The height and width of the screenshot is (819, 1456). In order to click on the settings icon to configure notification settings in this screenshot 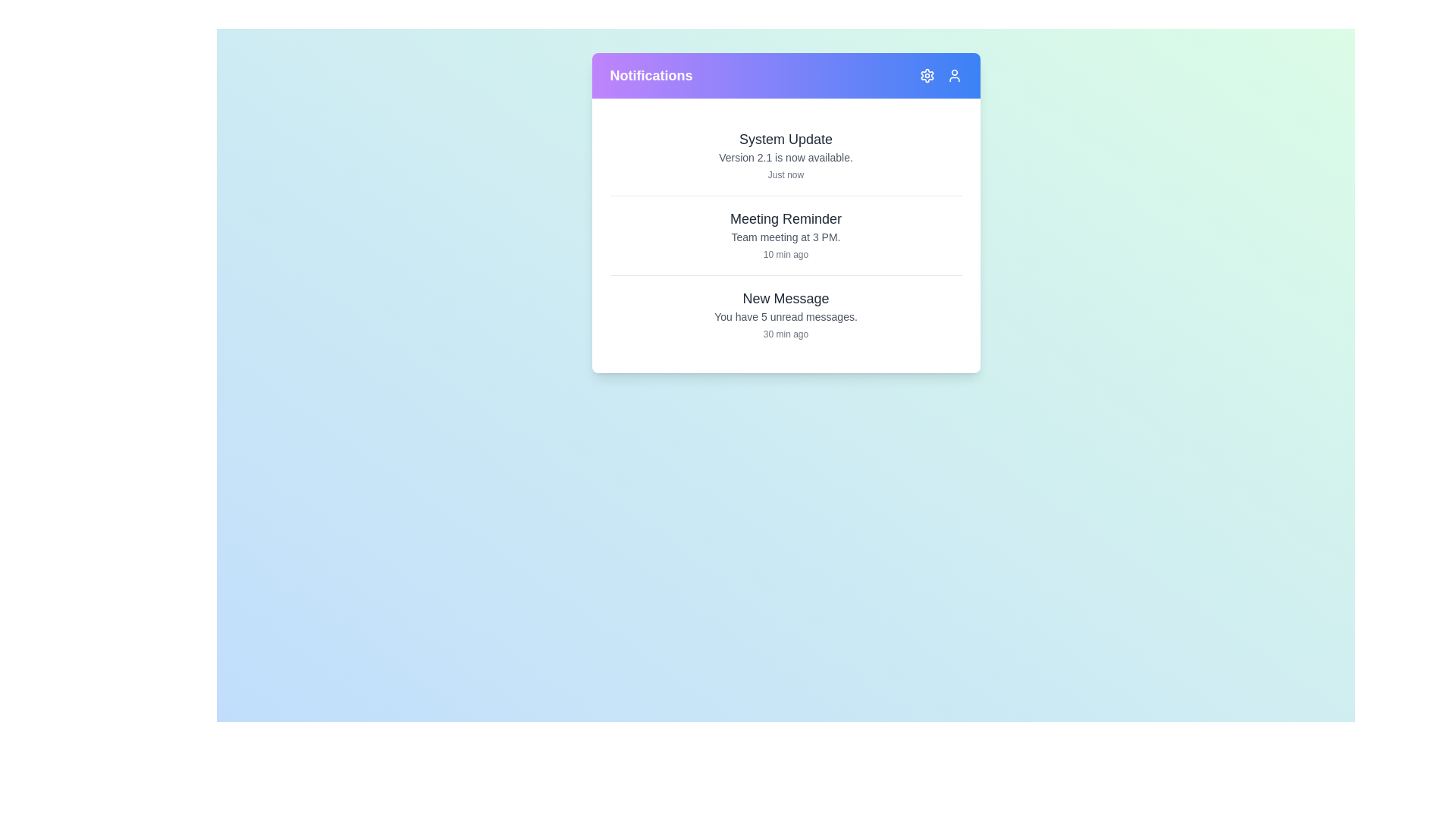, I will do `click(926, 76)`.